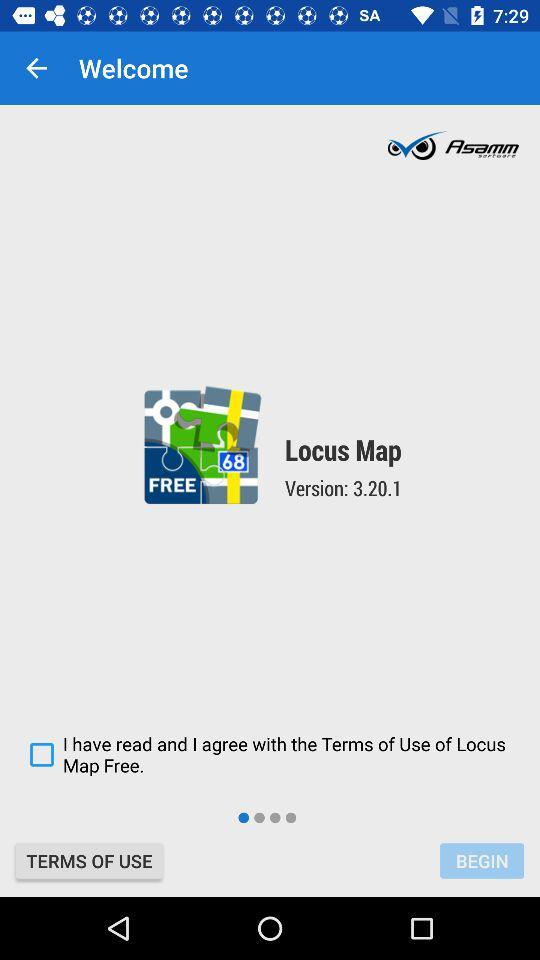  What do you see at coordinates (481, 860) in the screenshot?
I see `item next to terms of use icon` at bounding box center [481, 860].